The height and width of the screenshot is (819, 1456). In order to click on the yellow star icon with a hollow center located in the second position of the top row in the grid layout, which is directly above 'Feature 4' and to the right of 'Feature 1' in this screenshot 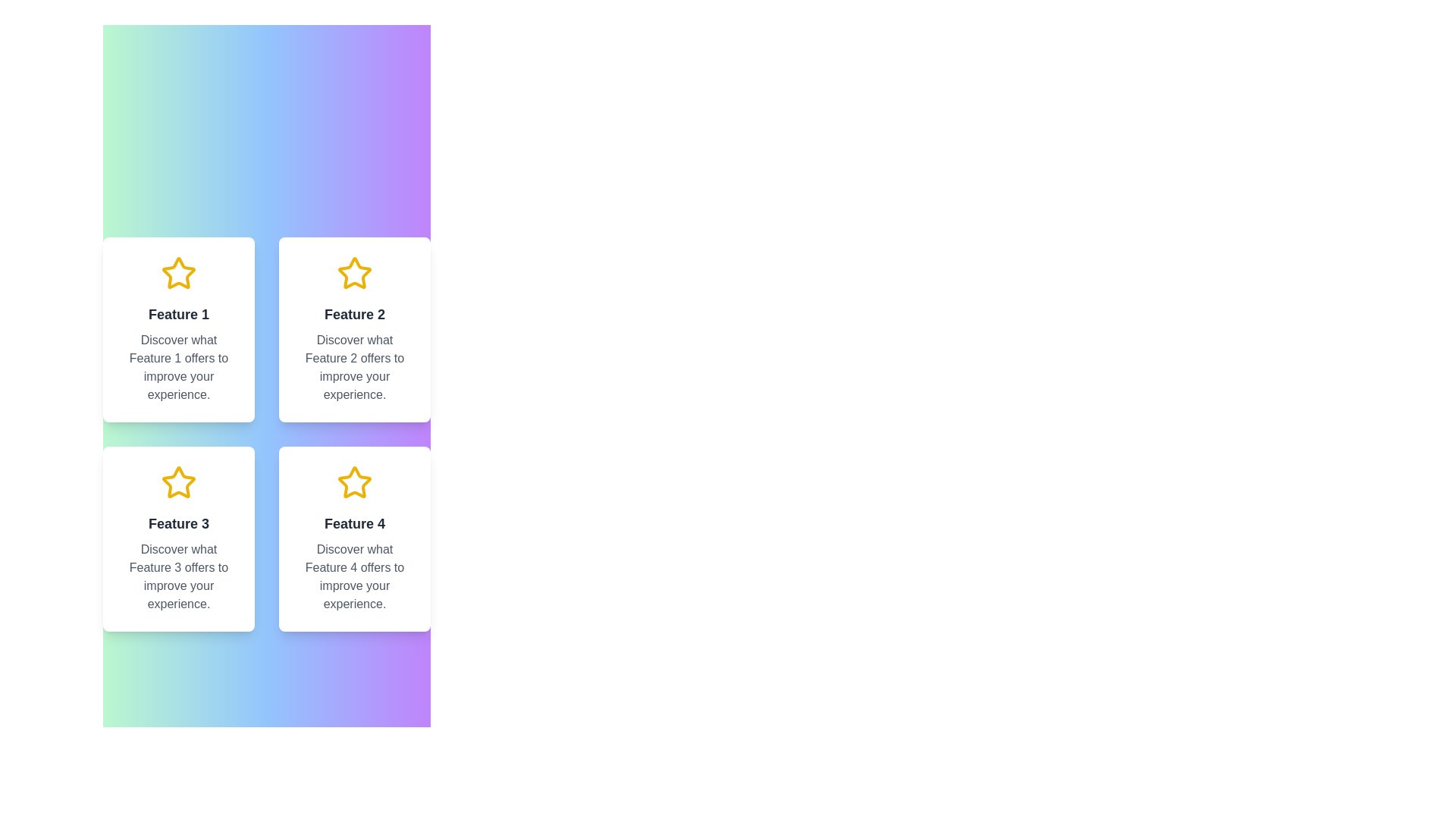, I will do `click(353, 273)`.